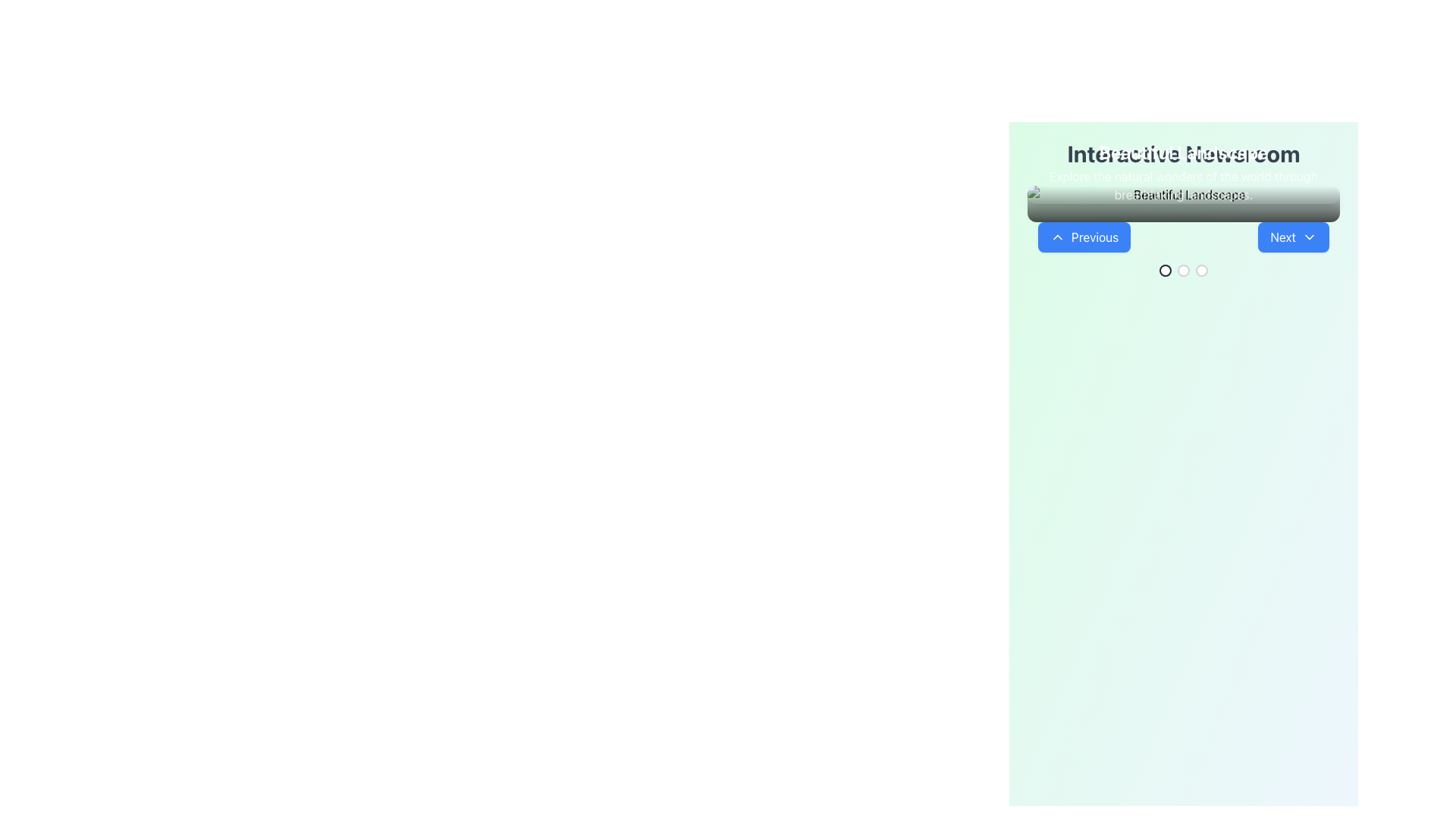 This screenshot has width=1456, height=819. What do you see at coordinates (1182, 154) in the screenshot?
I see `the text component displaying 'Interactive Newsroom' in bold, large font, styled with gray color (#gray-700), which is centered in the upper section of the interface` at bounding box center [1182, 154].